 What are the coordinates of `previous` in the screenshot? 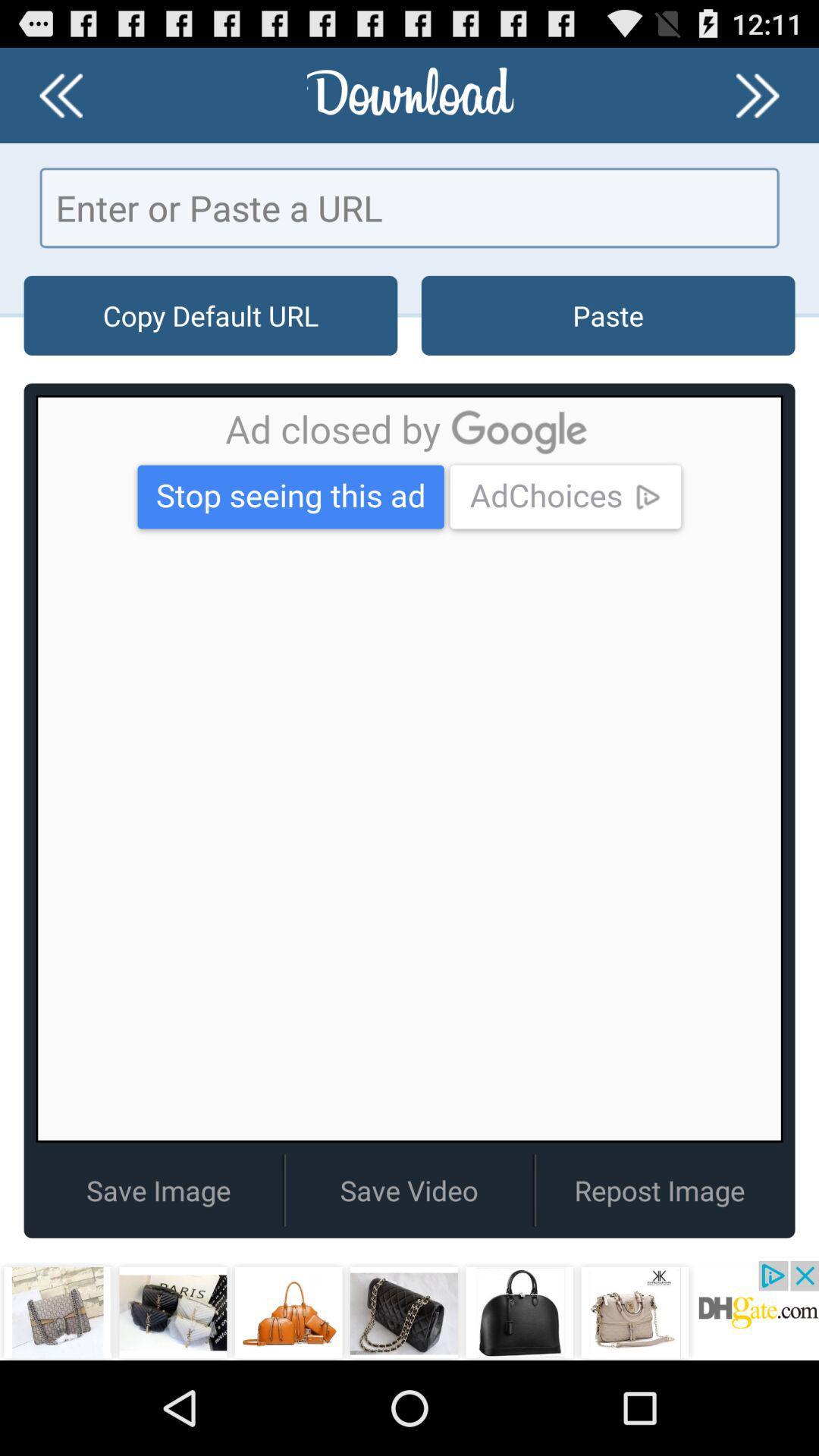 It's located at (60, 94).